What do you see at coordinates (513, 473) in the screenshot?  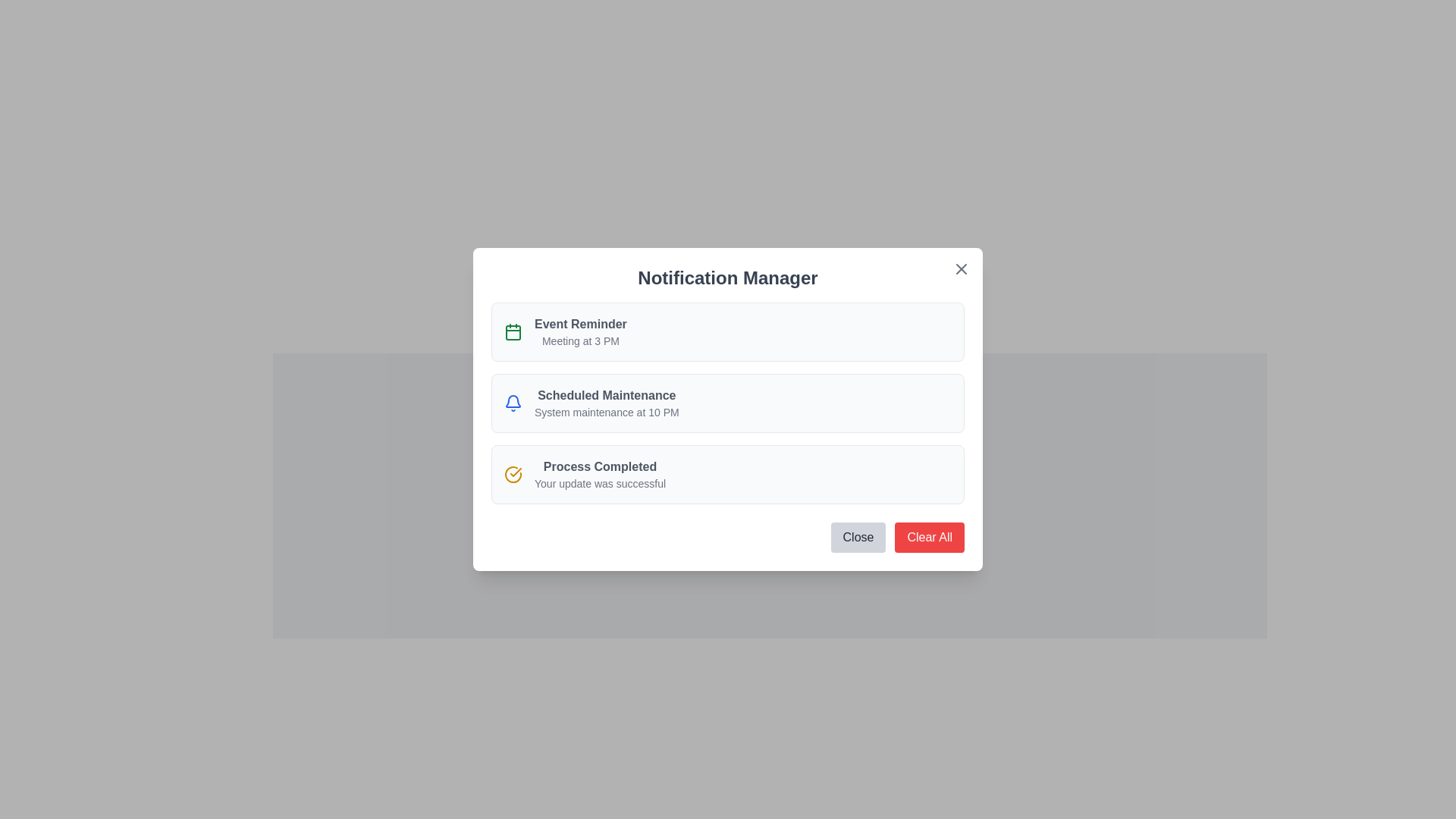 I see `the circular yellow checkmark icon located to the left of the text 'Process Completed' in the bottom-most notification card of the 'Notification Manager' modal interface` at bounding box center [513, 473].